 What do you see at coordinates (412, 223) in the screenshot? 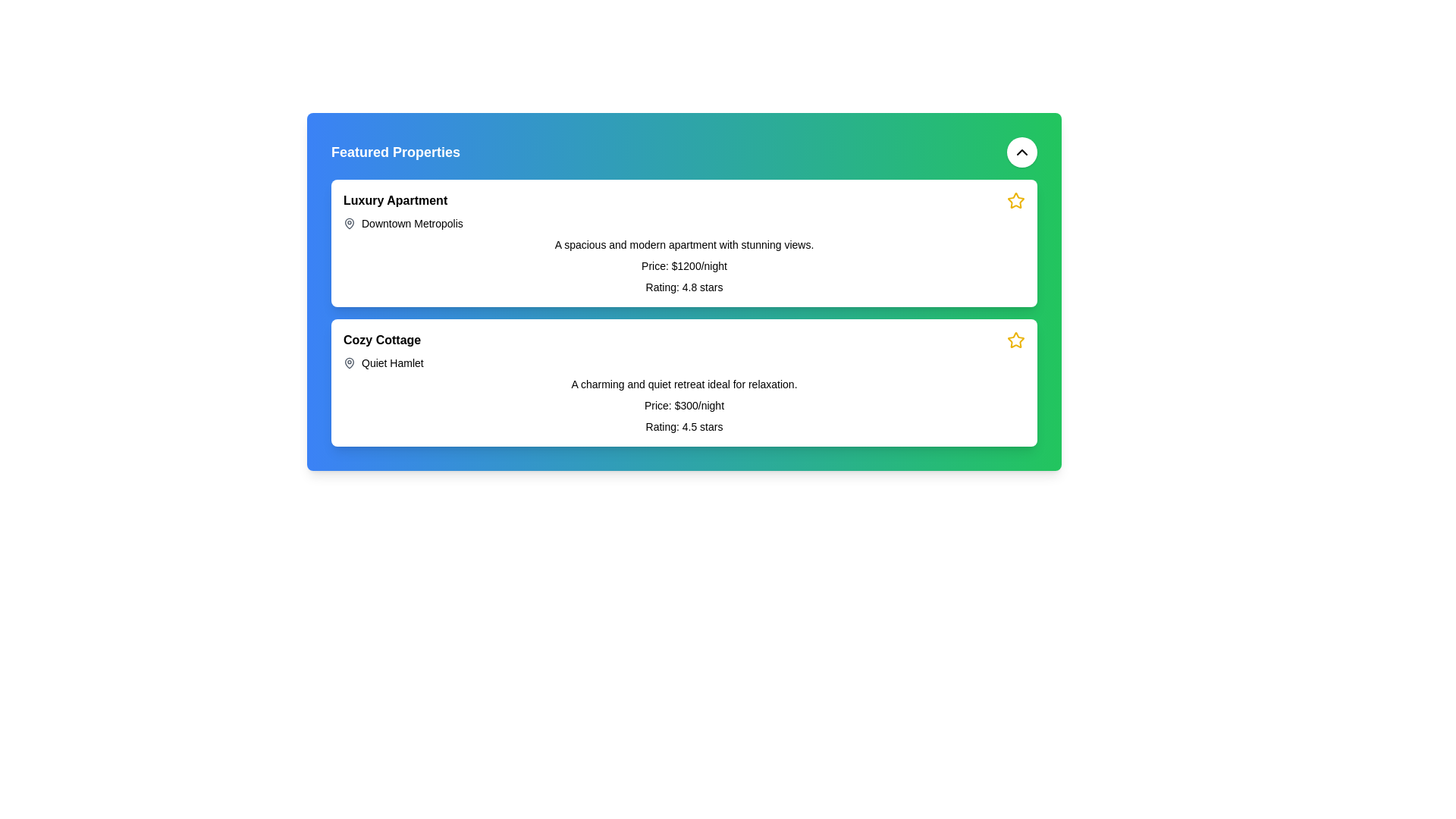
I see `the text label reading 'Downtown Metropolis', which is part of the description section for the 'Luxury Apartment' property and located next to a map pin icon` at bounding box center [412, 223].